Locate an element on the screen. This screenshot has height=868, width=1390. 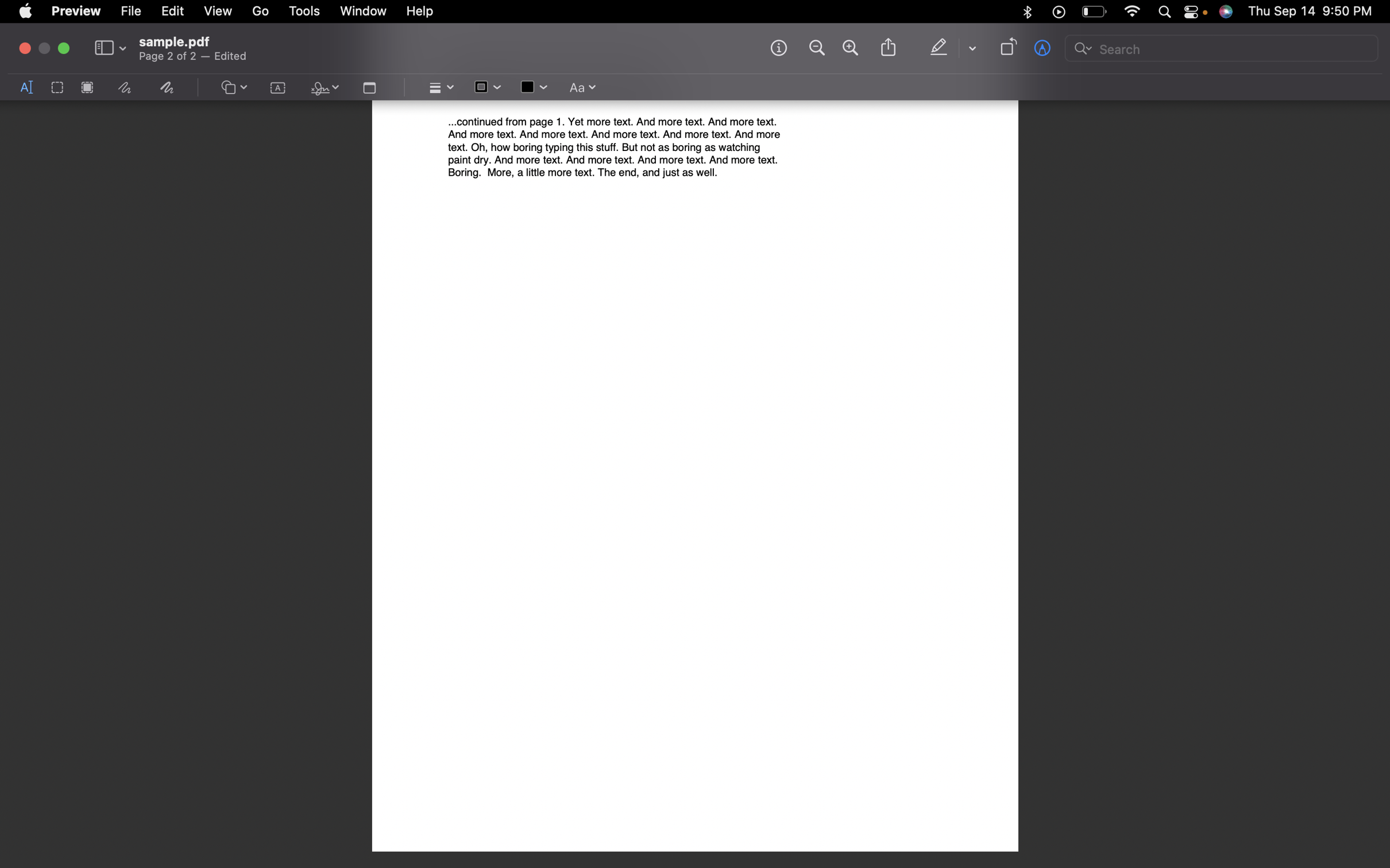
the control to design forms on the display is located at coordinates (233, 88).